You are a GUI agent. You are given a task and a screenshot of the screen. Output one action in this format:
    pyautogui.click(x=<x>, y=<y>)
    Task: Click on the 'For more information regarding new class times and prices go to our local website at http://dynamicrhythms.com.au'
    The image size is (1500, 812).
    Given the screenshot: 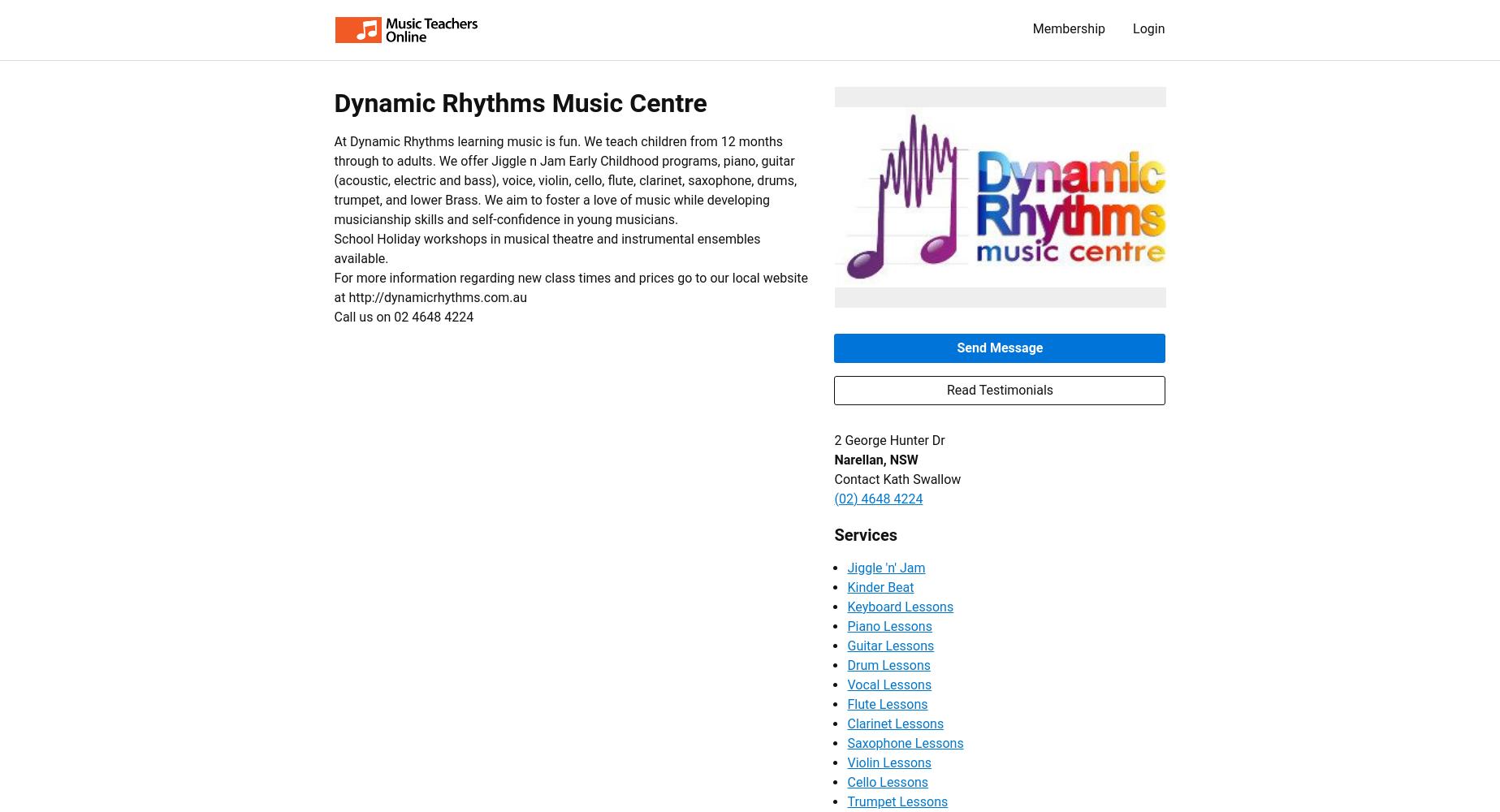 What is the action you would take?
    pyautogui.click(x=570, y=287)
    